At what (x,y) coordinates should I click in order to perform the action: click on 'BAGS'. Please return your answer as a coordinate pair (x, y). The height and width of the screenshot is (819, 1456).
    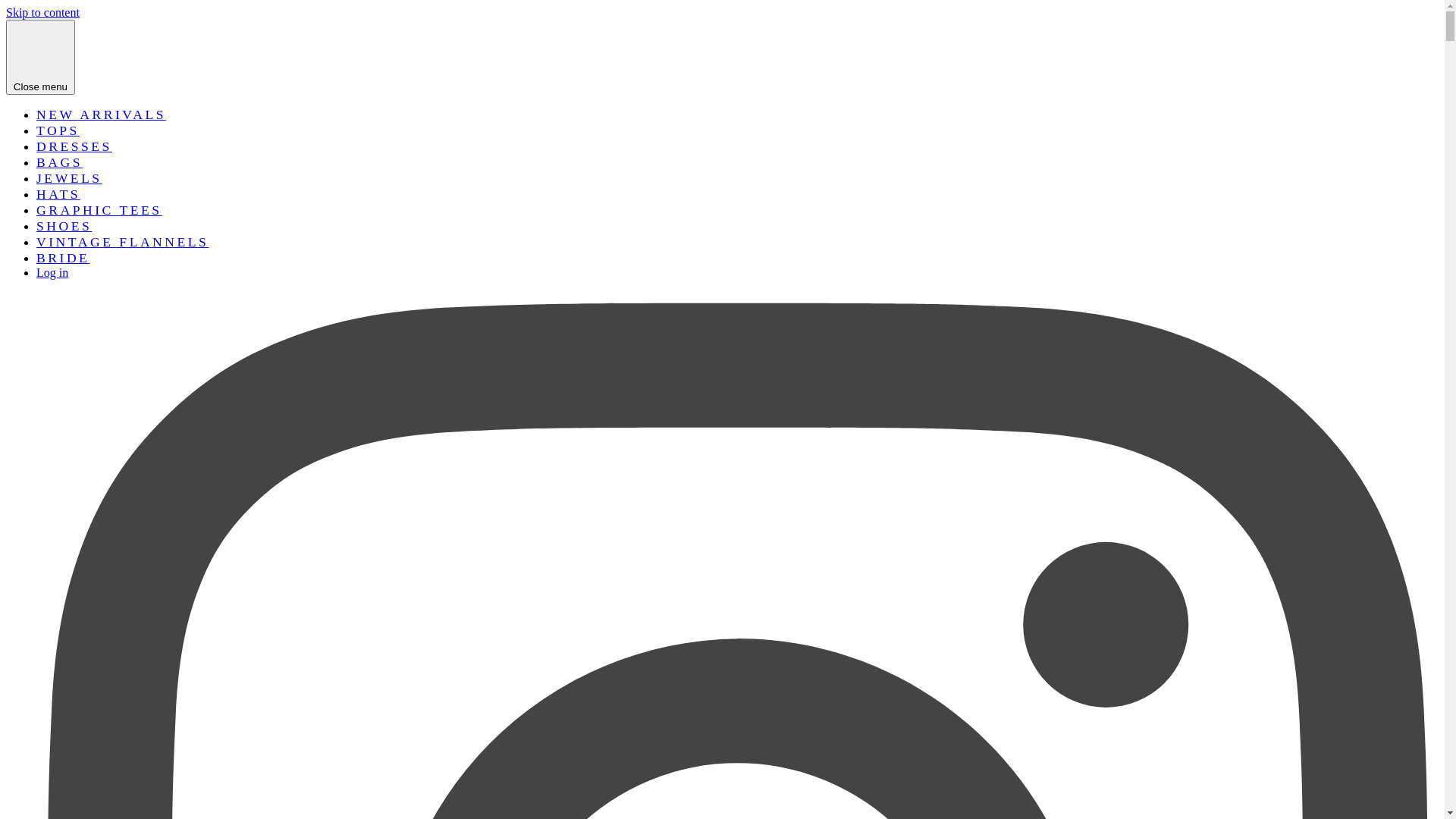
    Looking at the image, I should click on (36, 162).